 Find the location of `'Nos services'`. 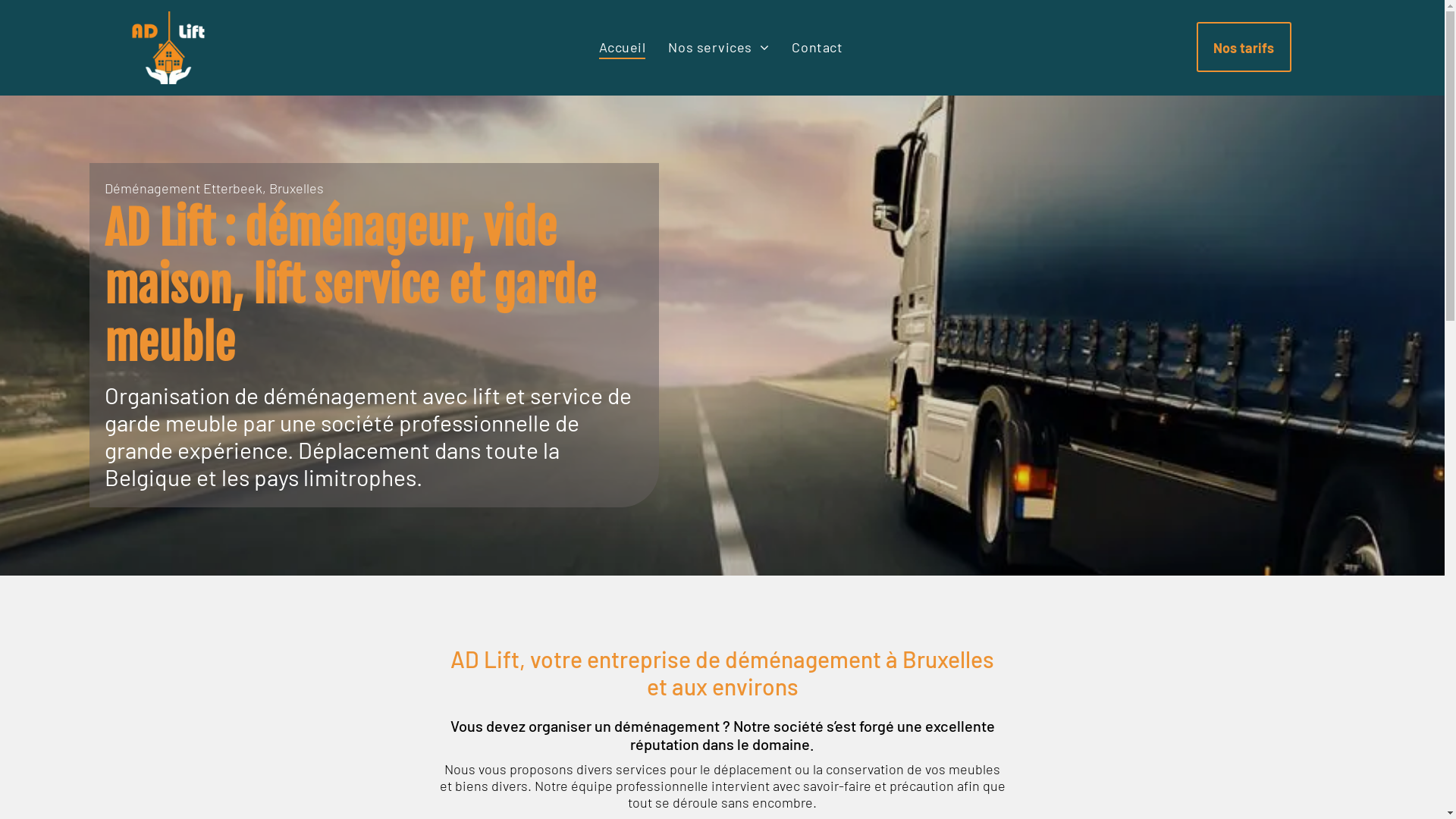

'Nos services' is located at coordinates (656, 45).